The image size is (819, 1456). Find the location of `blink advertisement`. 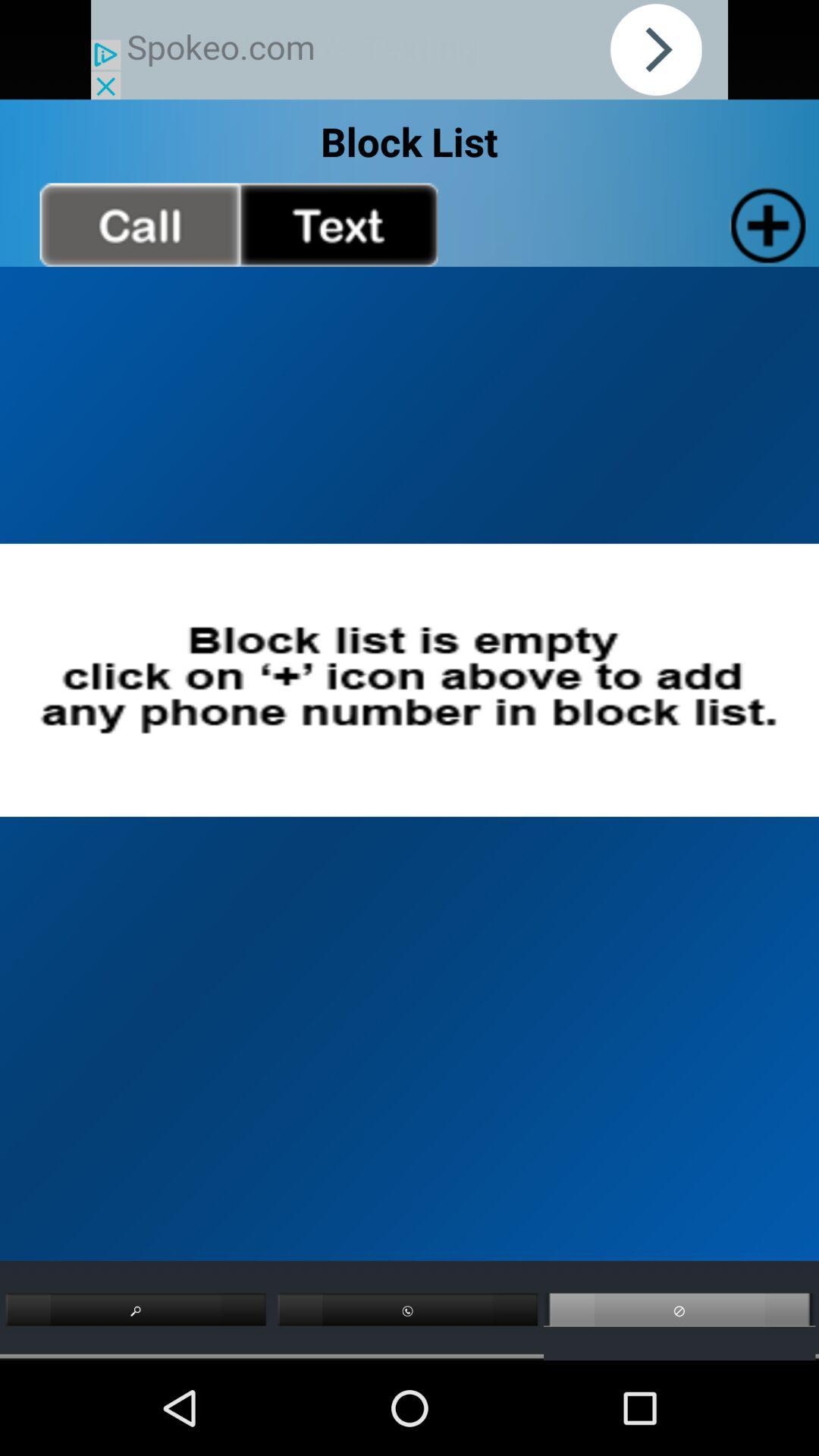

blink advertisement is located at coordinates (409, 49).